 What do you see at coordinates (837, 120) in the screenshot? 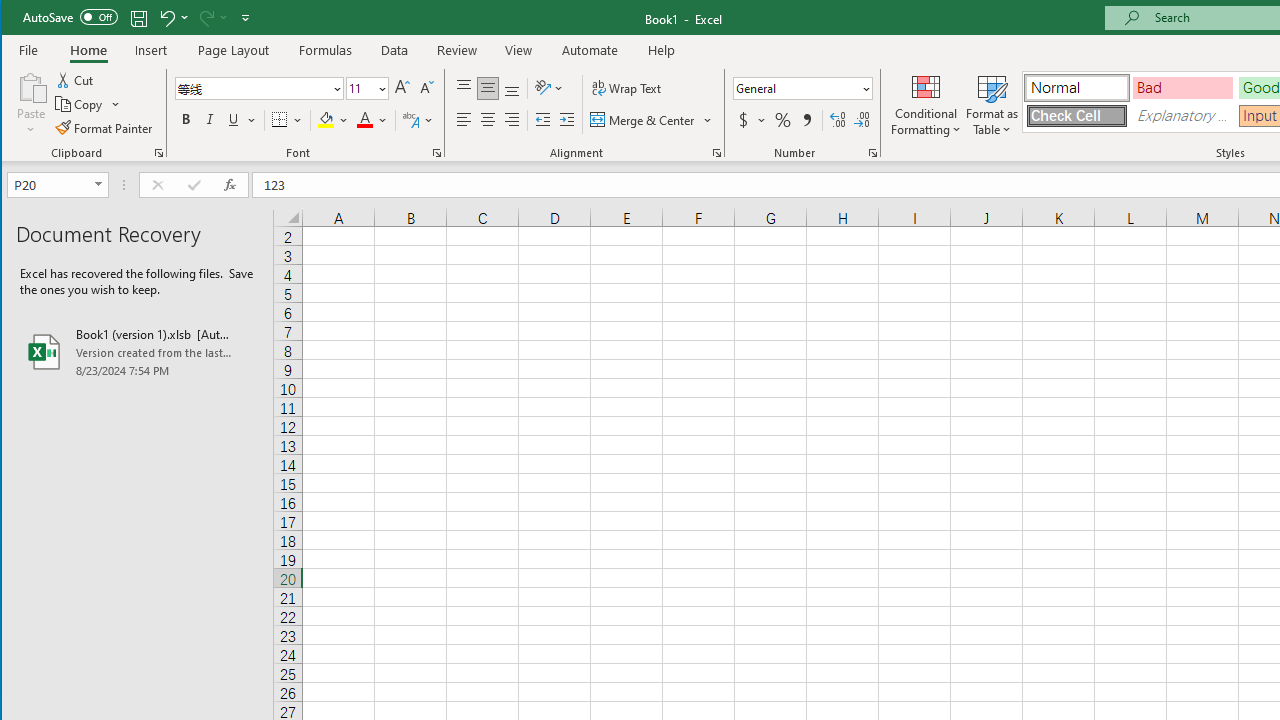
I see `'Increase Decimal'` at bounding box center [837, 120].